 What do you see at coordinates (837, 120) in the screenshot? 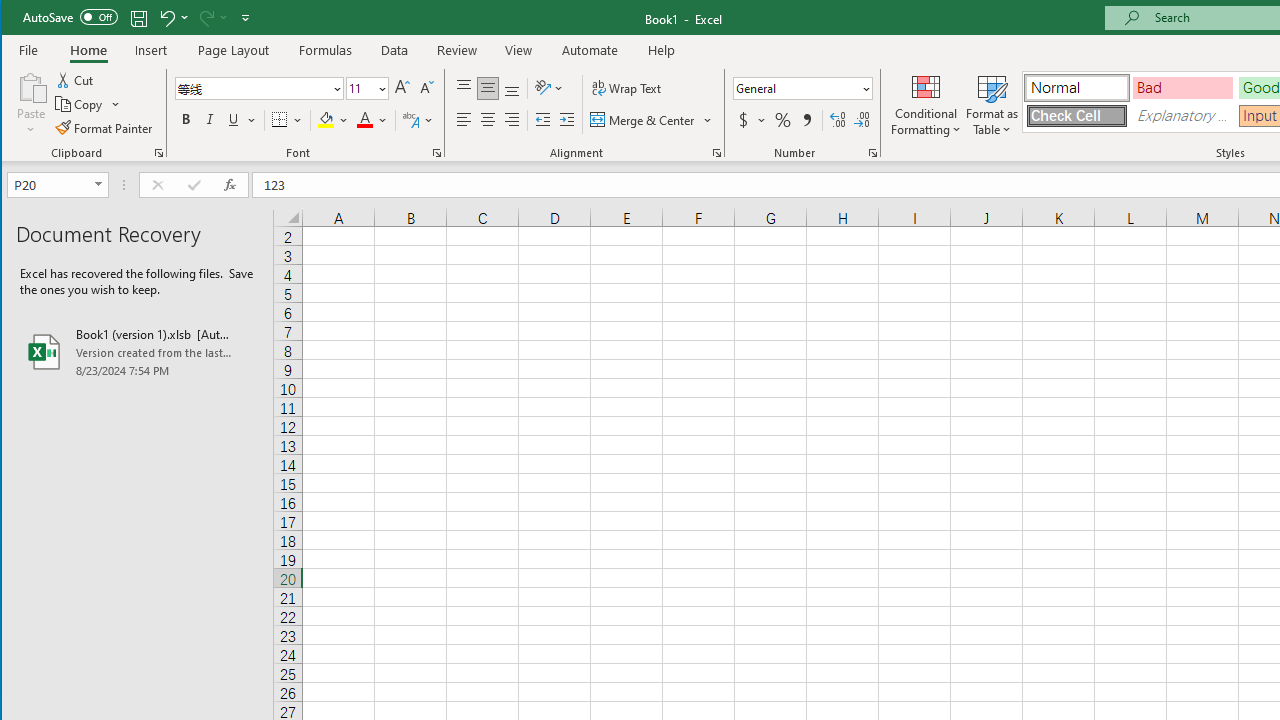
I see `'Increase Decimal'` at bounding box center [837, 120].